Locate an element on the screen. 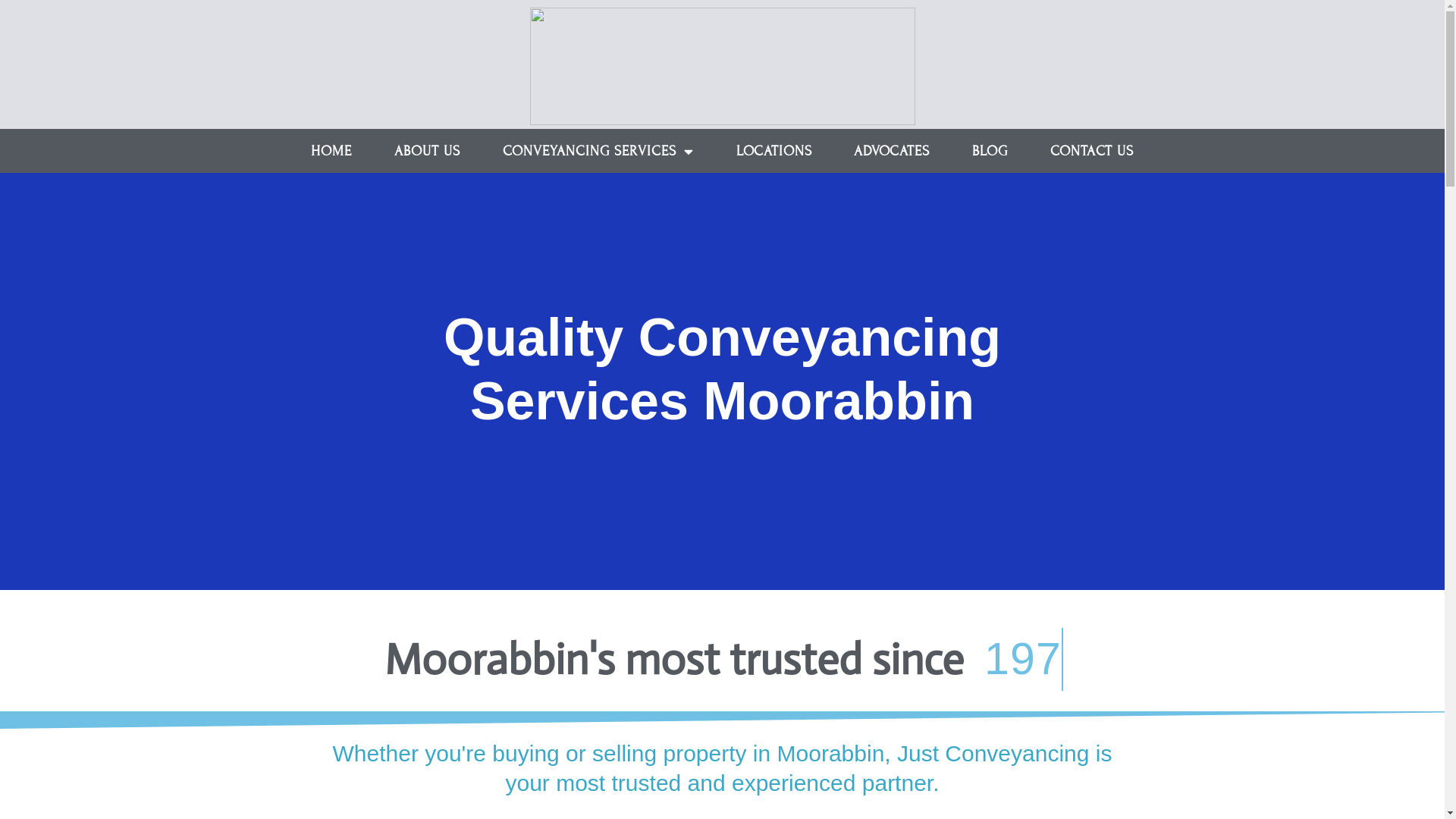 This screenshot has height=819, width=1456. 'ADVOCATES' is located at coordinates (832, 151).